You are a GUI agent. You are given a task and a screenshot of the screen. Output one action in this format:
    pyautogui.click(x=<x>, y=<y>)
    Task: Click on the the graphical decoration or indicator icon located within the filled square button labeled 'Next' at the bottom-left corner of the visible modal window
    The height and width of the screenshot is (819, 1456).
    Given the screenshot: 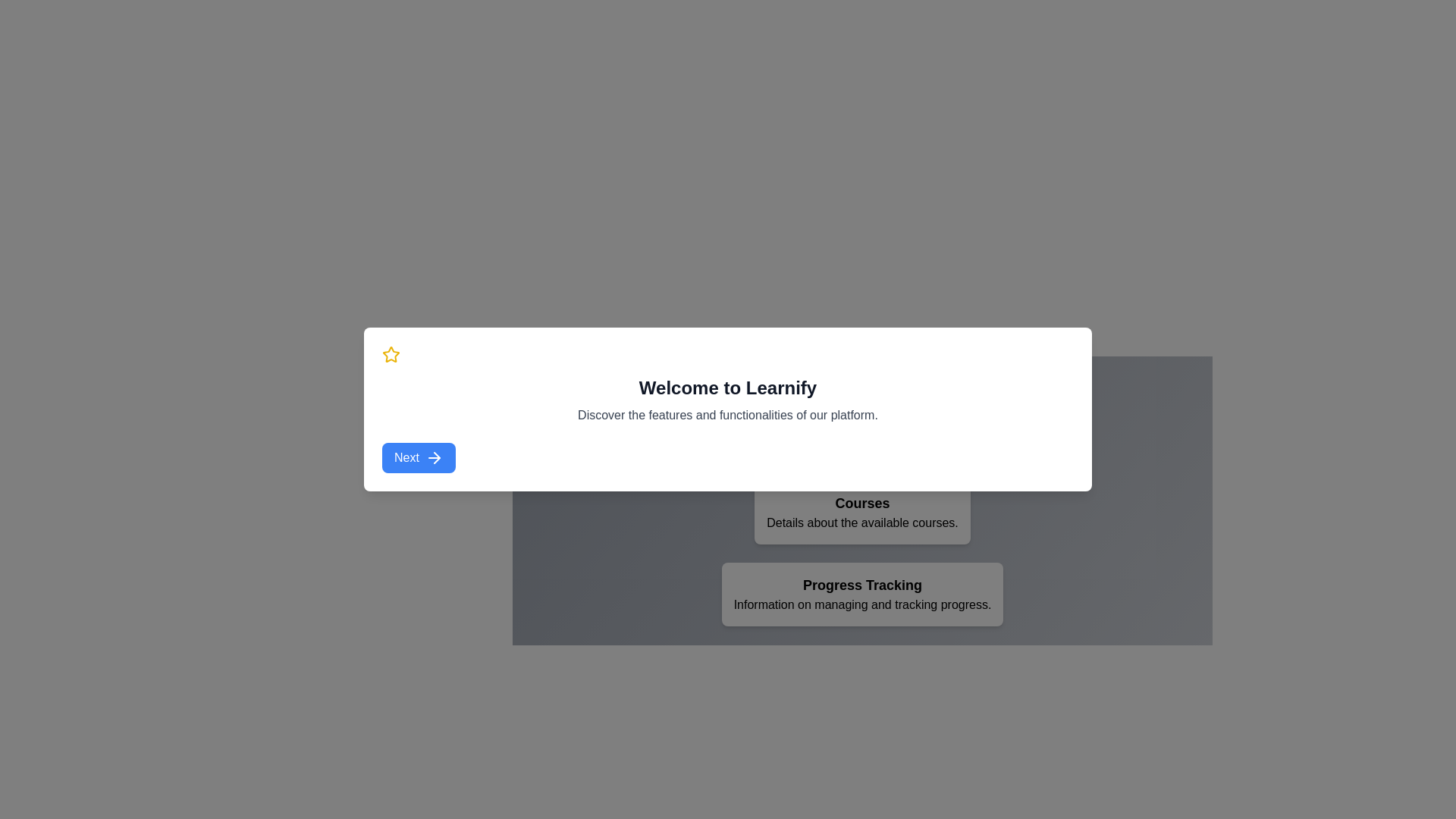 What is the action you would take?
    pyautogui.click(x=436, y=457)
    